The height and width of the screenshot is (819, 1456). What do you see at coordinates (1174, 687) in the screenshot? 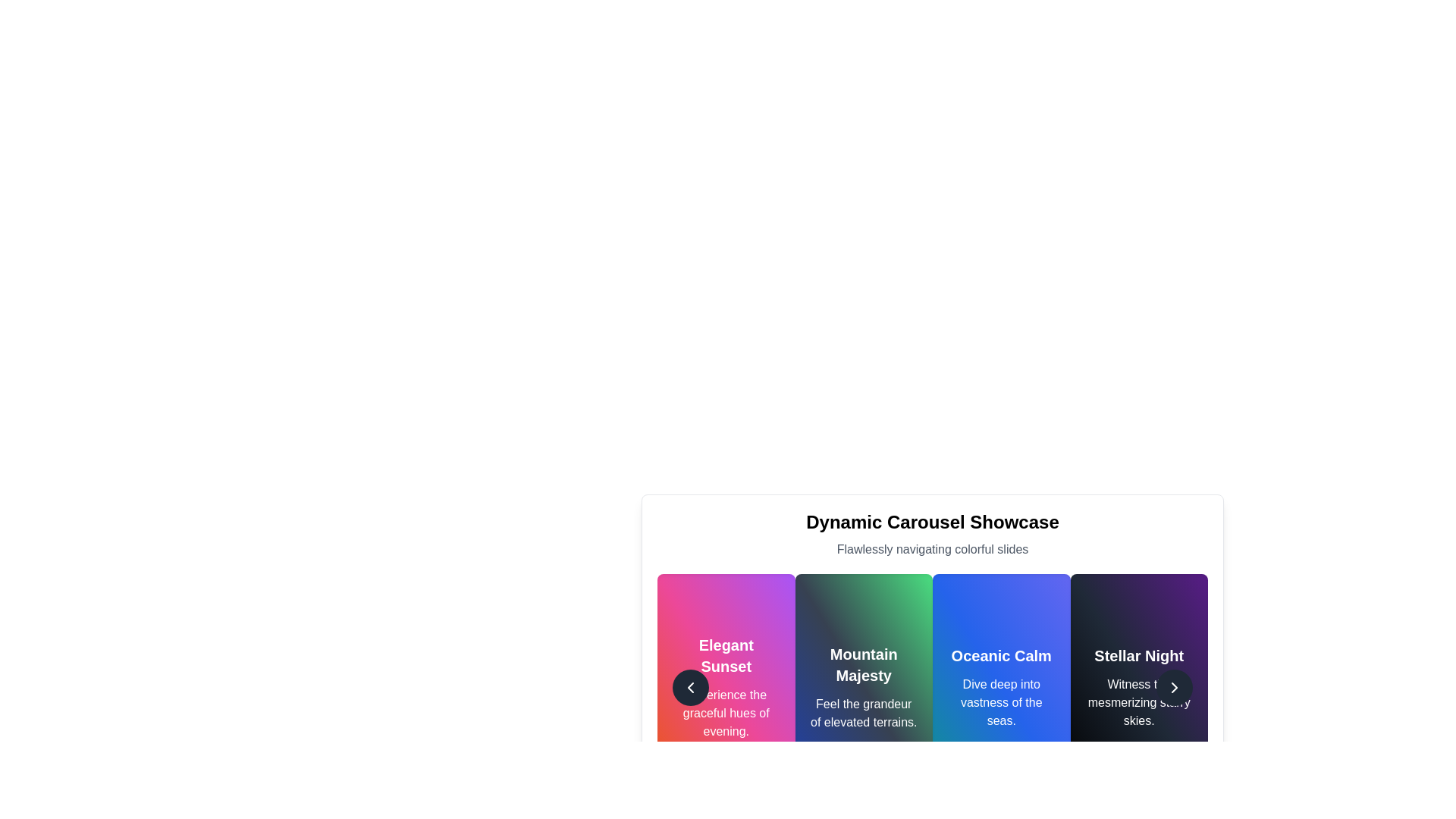
I see `the chevron icon located within the circular button on the right side of the 'Stellar Night' card` at bounding box center [1174, 687].